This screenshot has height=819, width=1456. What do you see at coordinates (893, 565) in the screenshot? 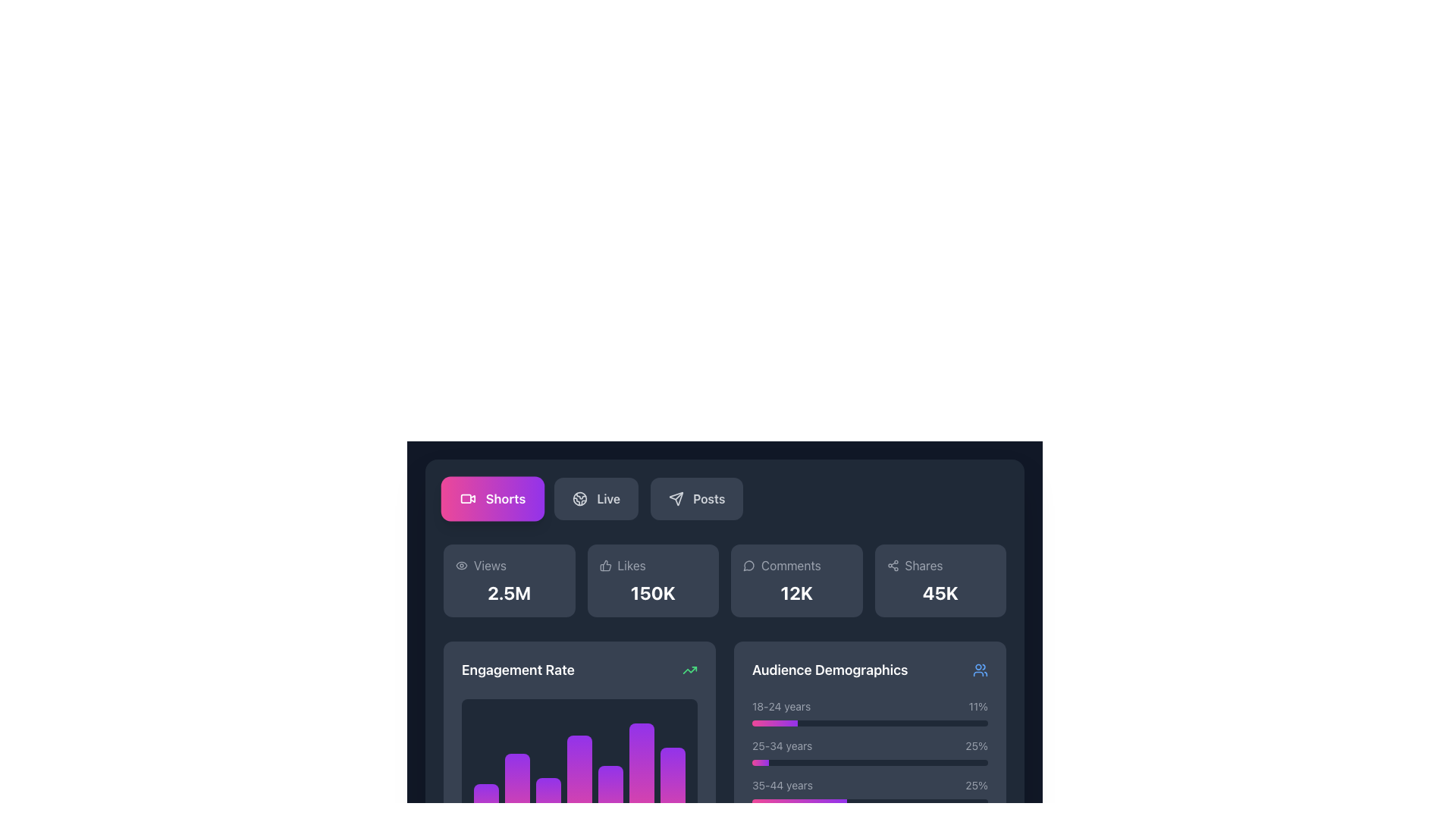
I see `the share icon, which features a minimalist design with three linked circles, located to the left of the 'Shares' label and number '45K' in the top-right corner of the grey box` at bounding box center [893, 565].